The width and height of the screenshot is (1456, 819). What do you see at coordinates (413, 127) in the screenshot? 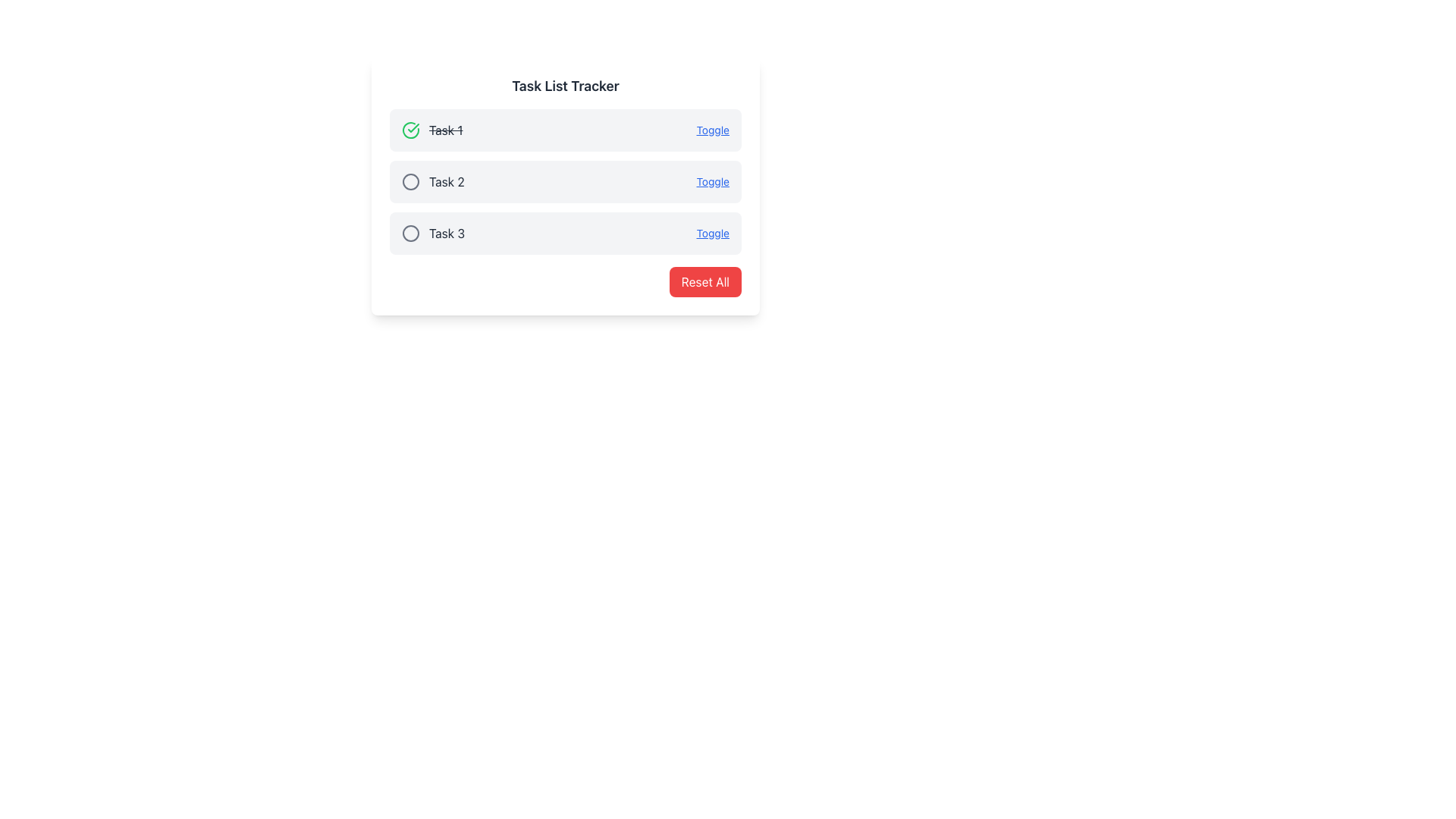
I see `the completed task icon next to 'Task 1' to indicate its checked status` at bounding box center [413, 127].